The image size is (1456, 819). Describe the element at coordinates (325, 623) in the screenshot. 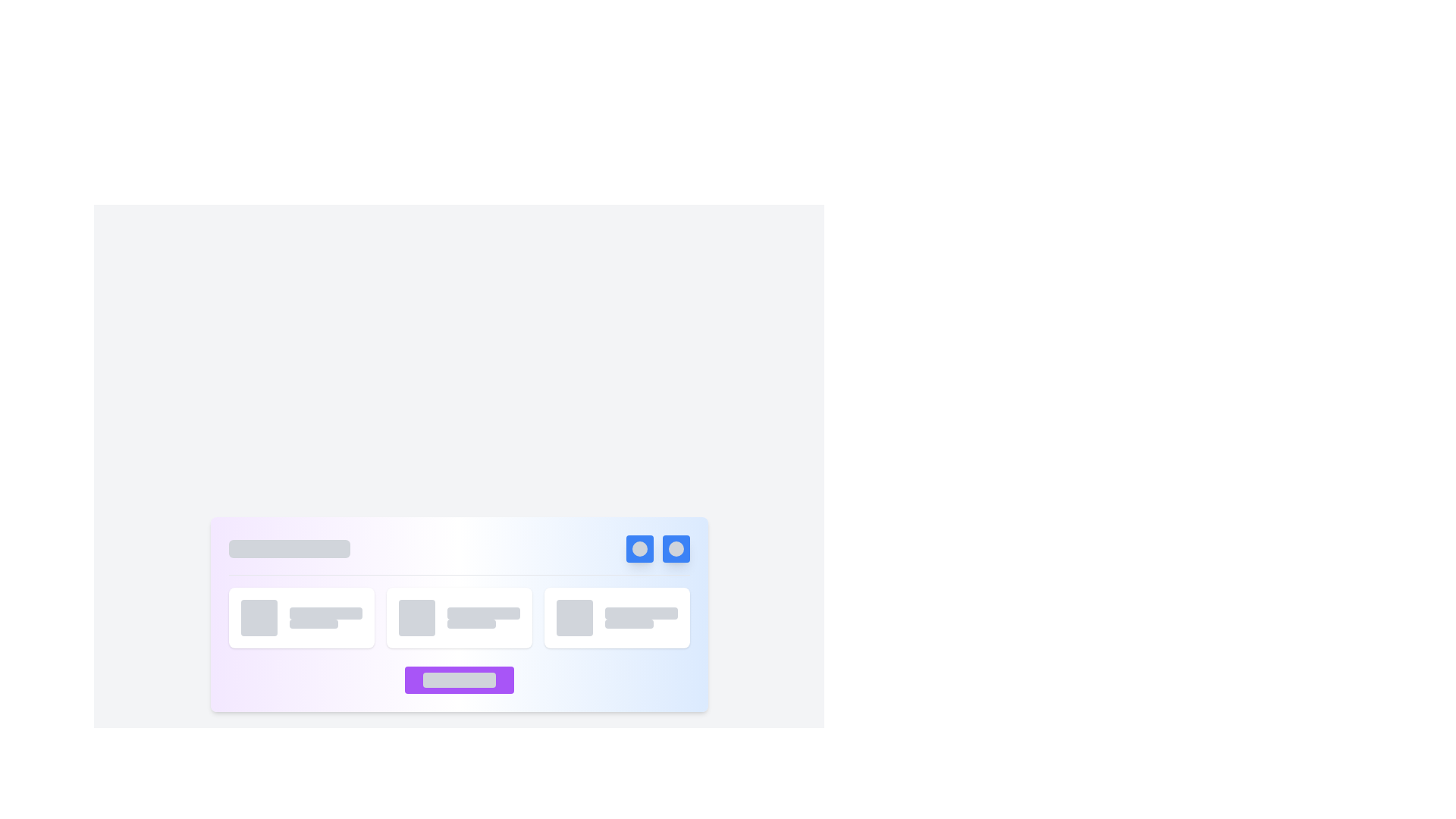

I see `the Placeholder Bar located in the lower portion of the second card in a horizontal list, which serves as a visual placeholder for text content` at that location.